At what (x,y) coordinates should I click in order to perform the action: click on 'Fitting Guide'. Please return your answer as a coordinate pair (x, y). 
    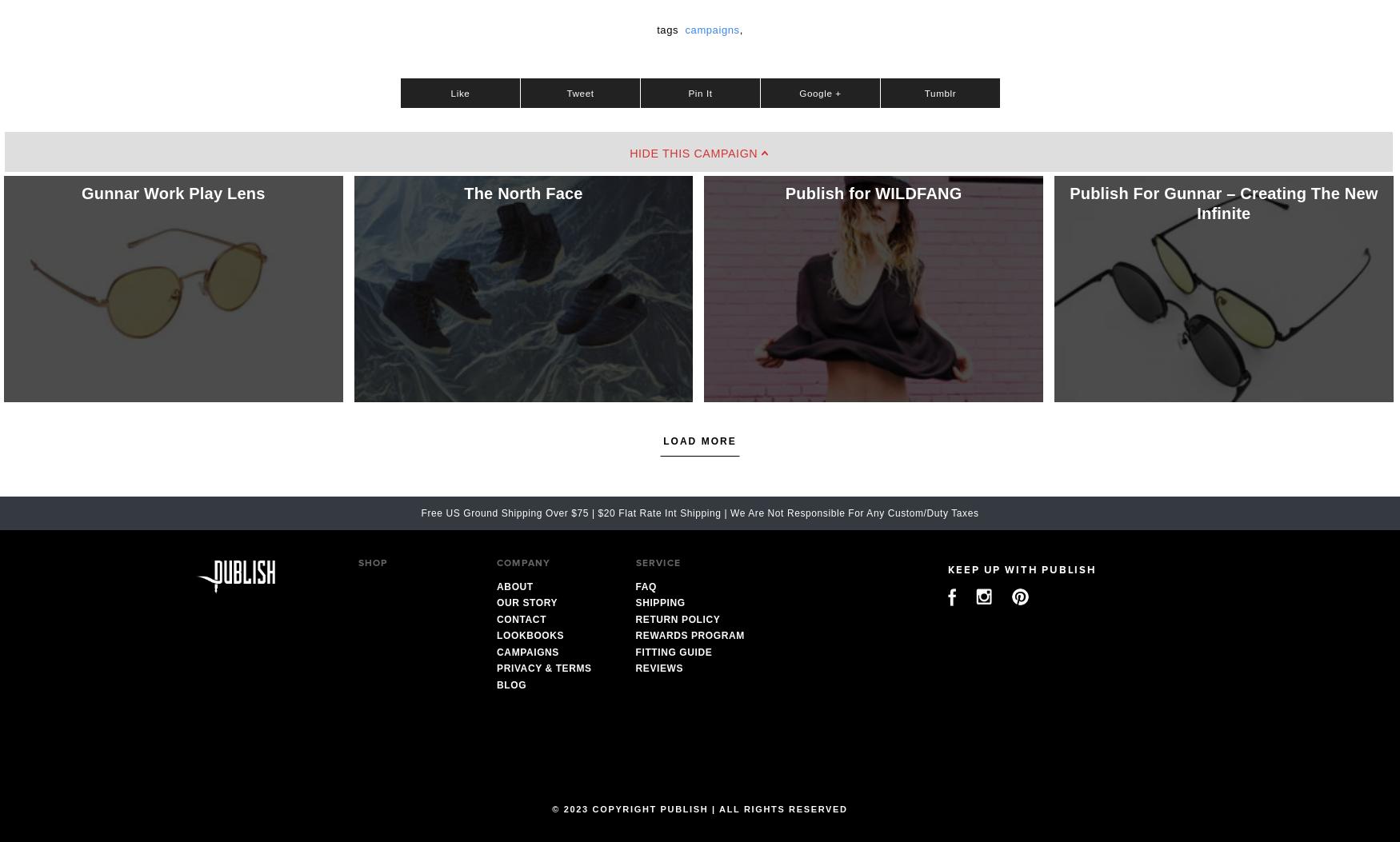
    Looking at the image, I should click on (673, 651).